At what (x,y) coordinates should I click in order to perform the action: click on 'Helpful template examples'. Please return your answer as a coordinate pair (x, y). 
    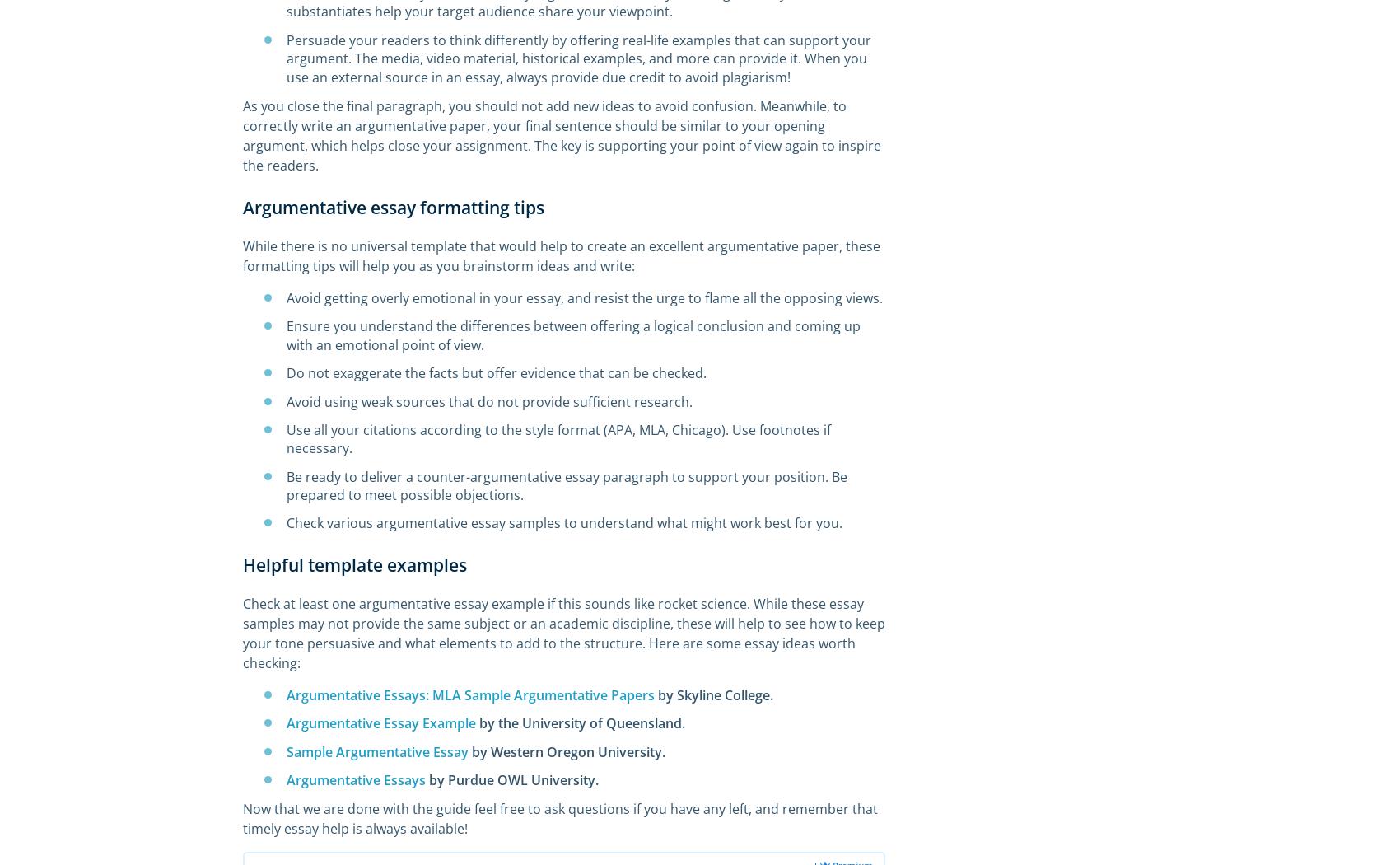
    Looking at the image, I should click on (354, 564).